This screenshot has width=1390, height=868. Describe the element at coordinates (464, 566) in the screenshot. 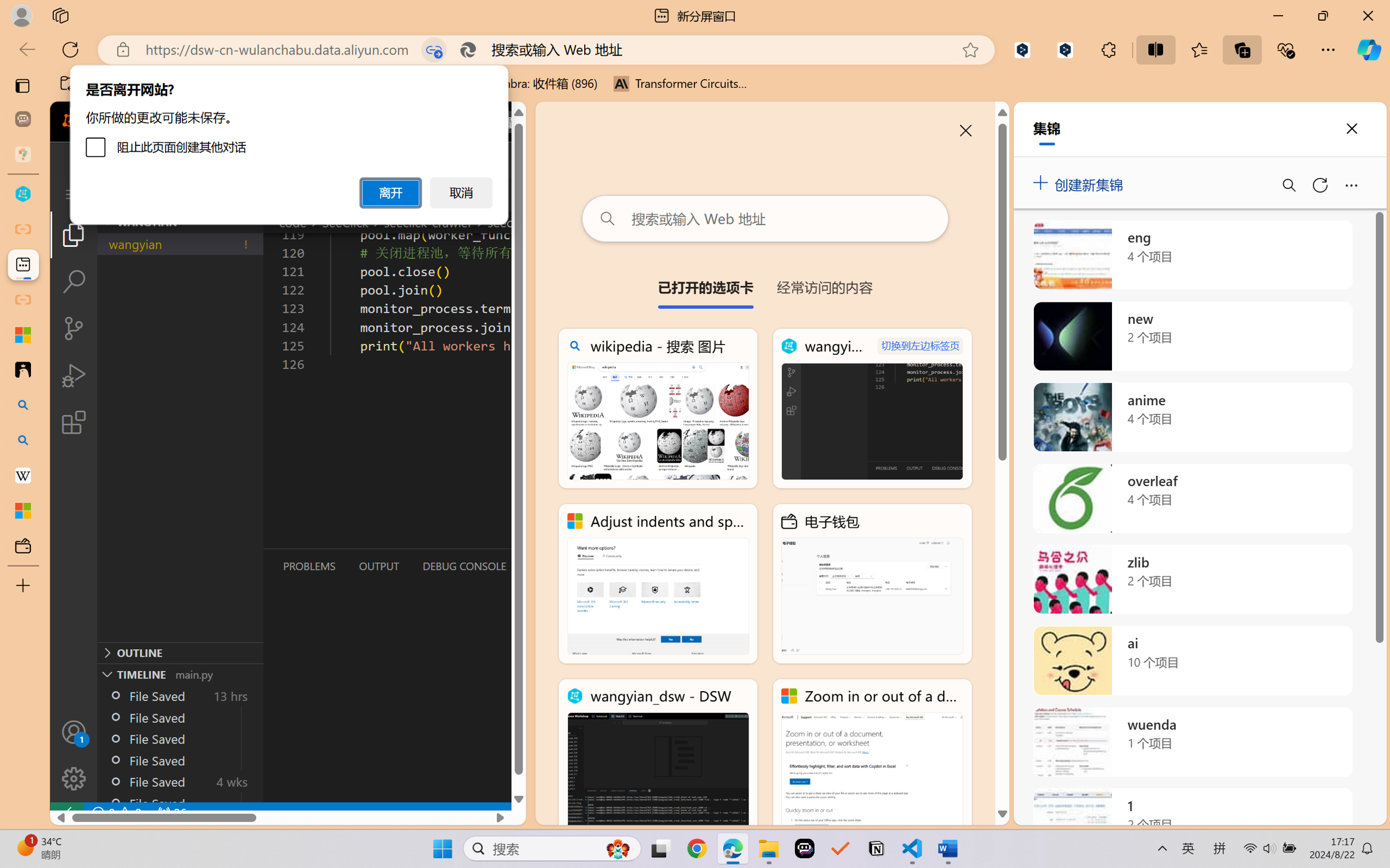

I see `'Debug Console (Ctrl+Shift+Y)'` at that location.